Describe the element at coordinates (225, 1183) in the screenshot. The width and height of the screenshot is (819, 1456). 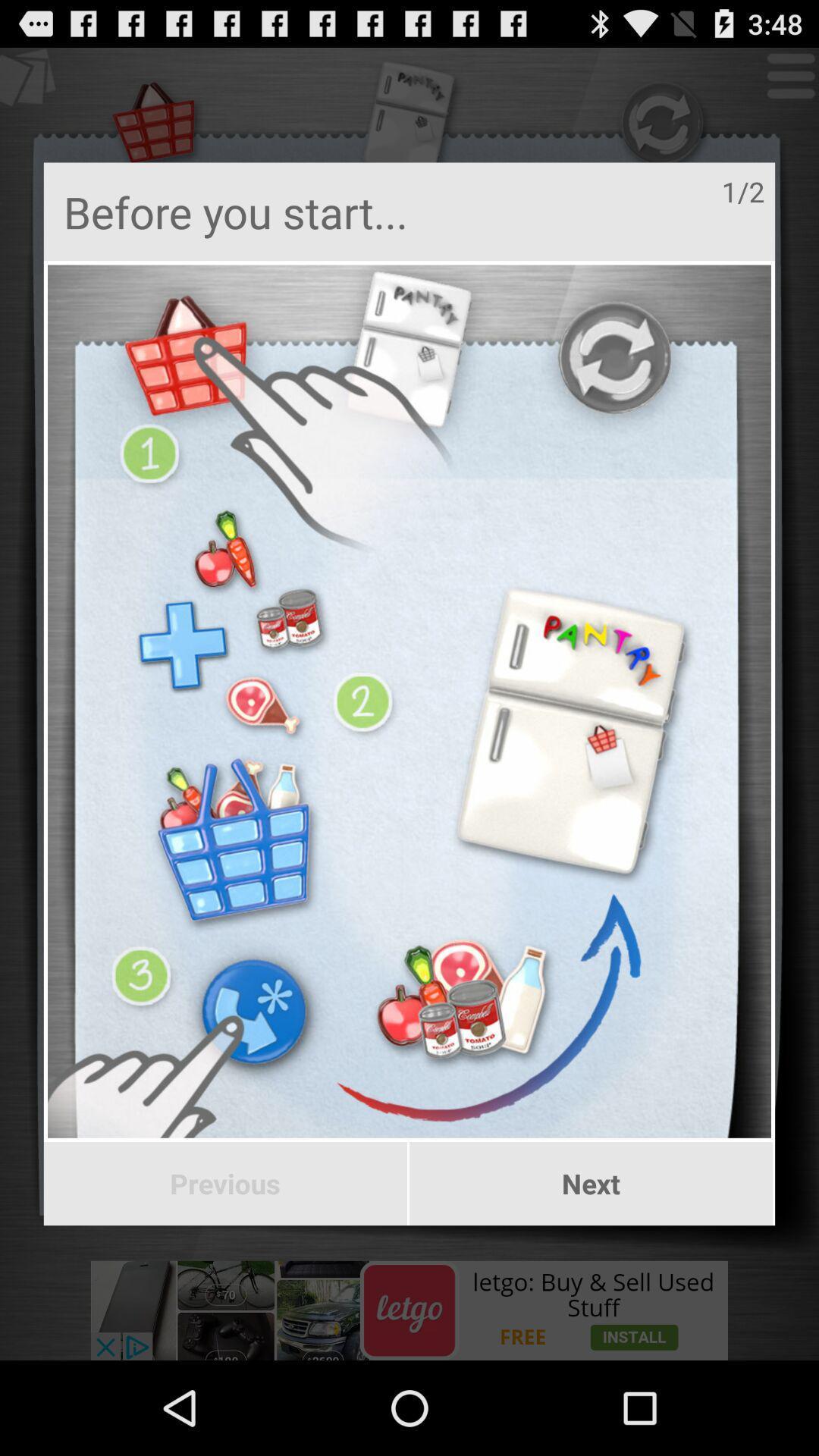
I see `the icon next to the next item` at that location.